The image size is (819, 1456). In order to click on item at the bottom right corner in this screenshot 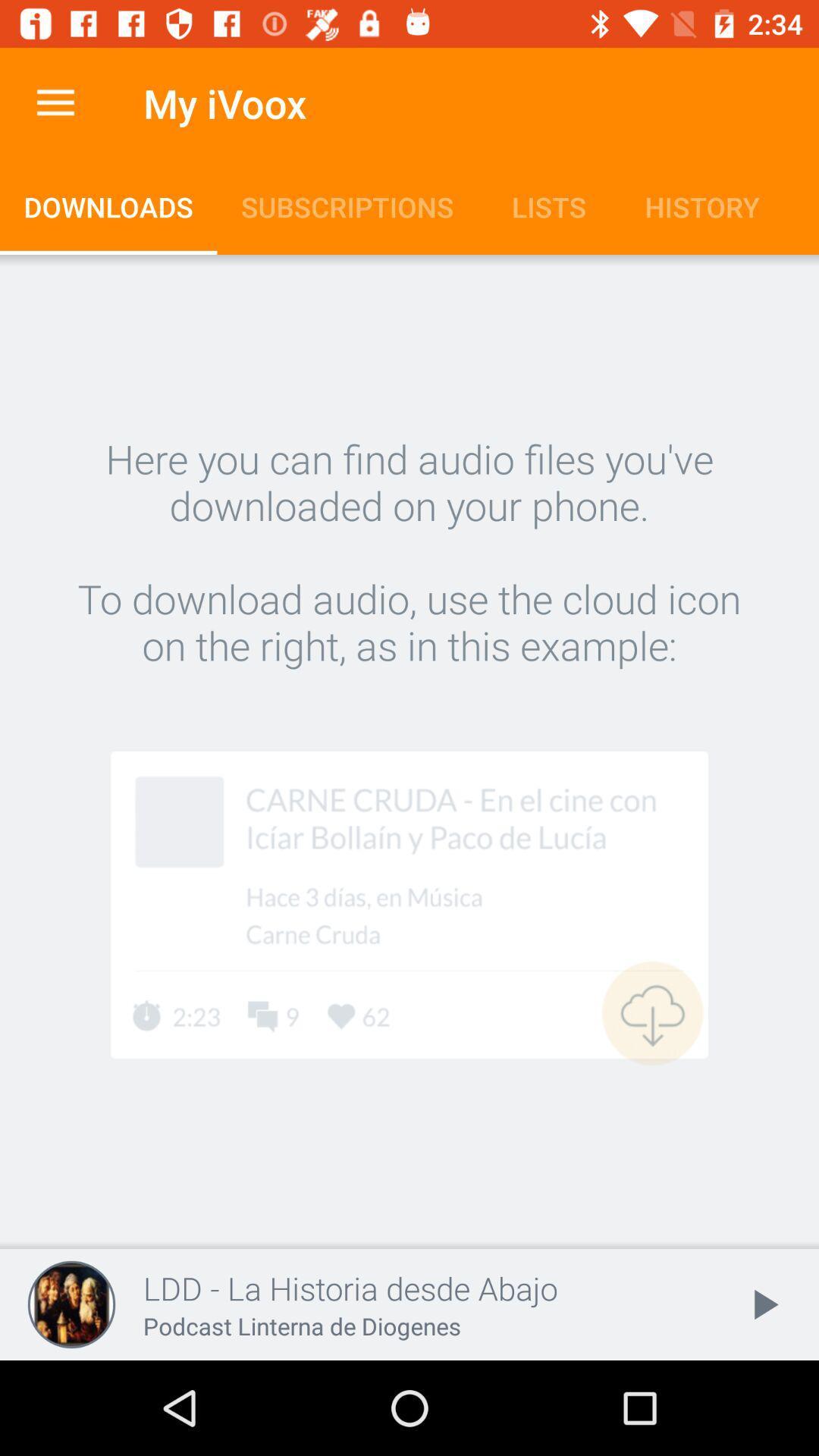, I will do `click(763, 1304)`.